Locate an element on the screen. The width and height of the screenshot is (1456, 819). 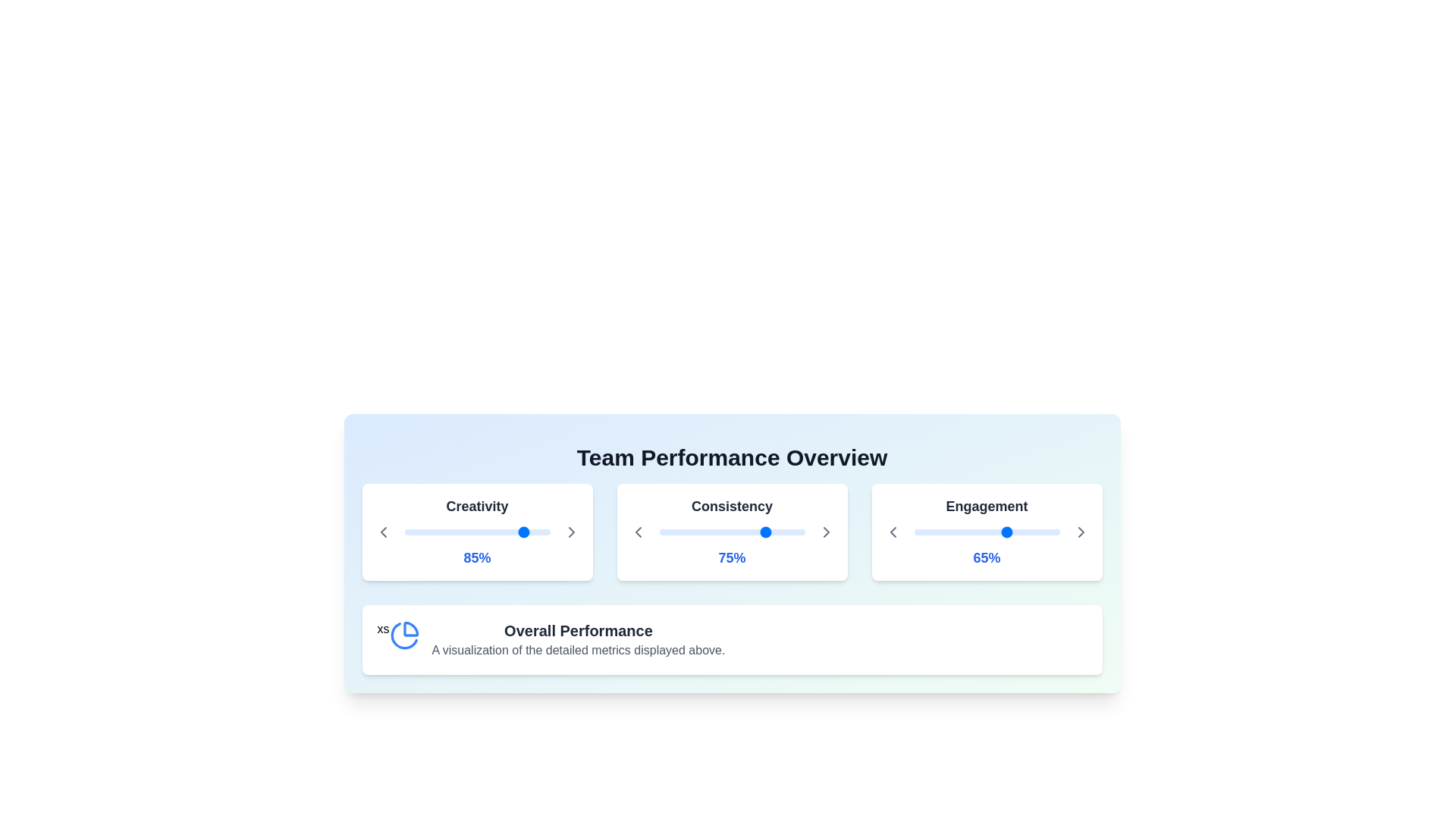
the slider value is located at coordinates (795, 532).